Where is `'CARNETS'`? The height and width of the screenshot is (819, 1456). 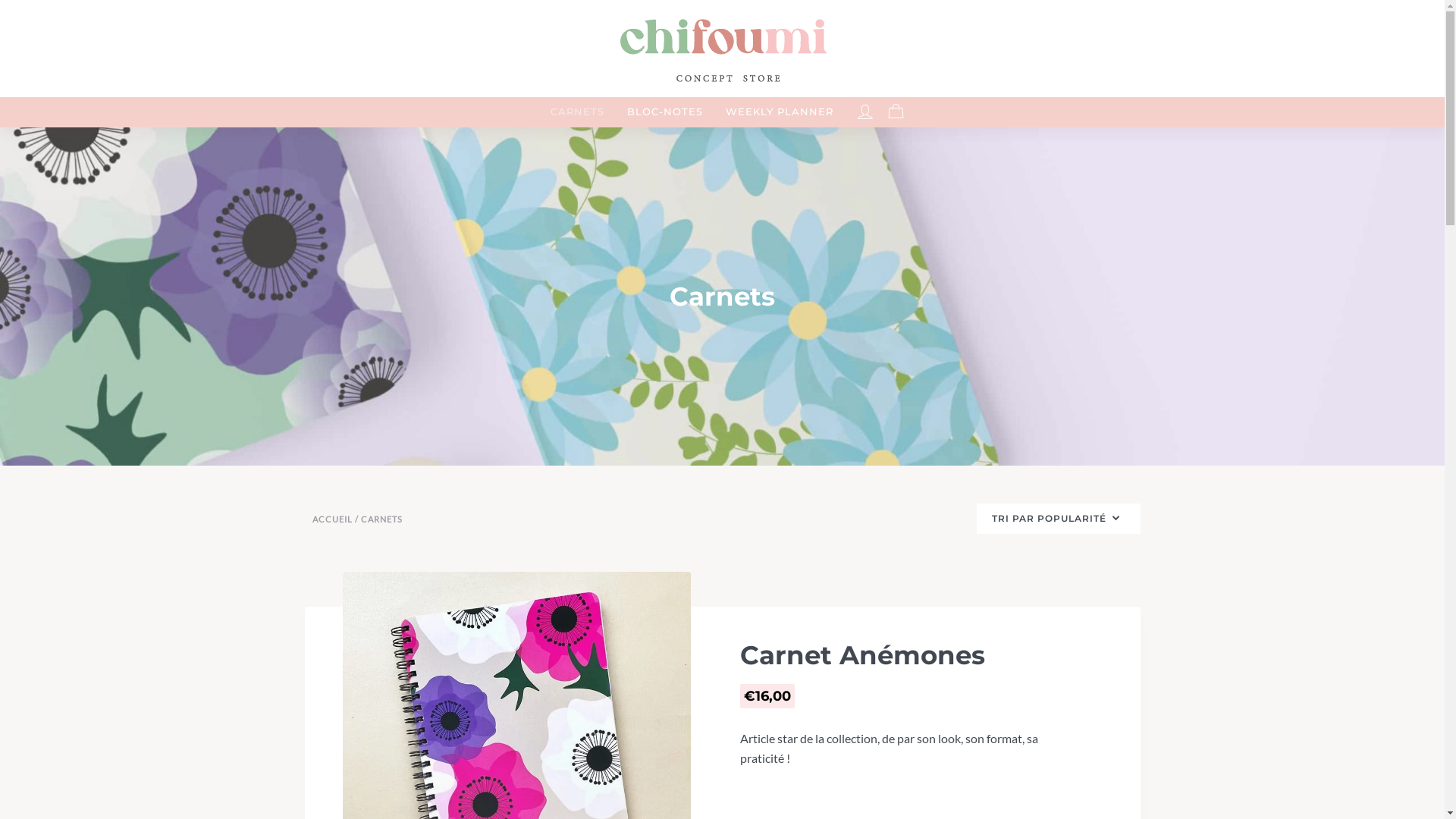
'CARNETS' is located at coordinates (576, 111).